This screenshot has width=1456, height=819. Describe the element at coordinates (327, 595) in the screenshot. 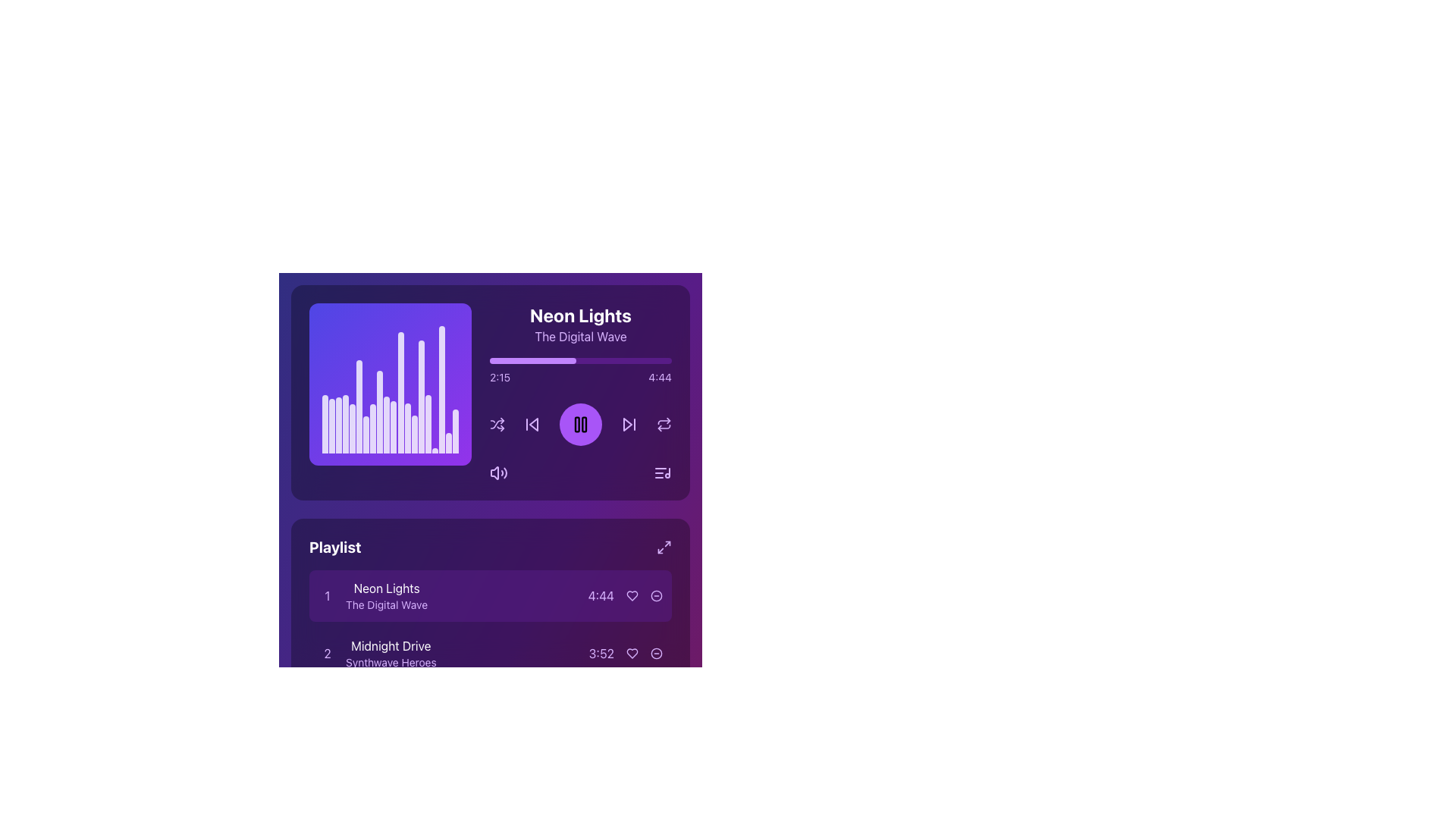

I see `number displayed in the purple text label that shows '1', which is located to the left of the text 'Neon Lights' in the playlist section` at that location.